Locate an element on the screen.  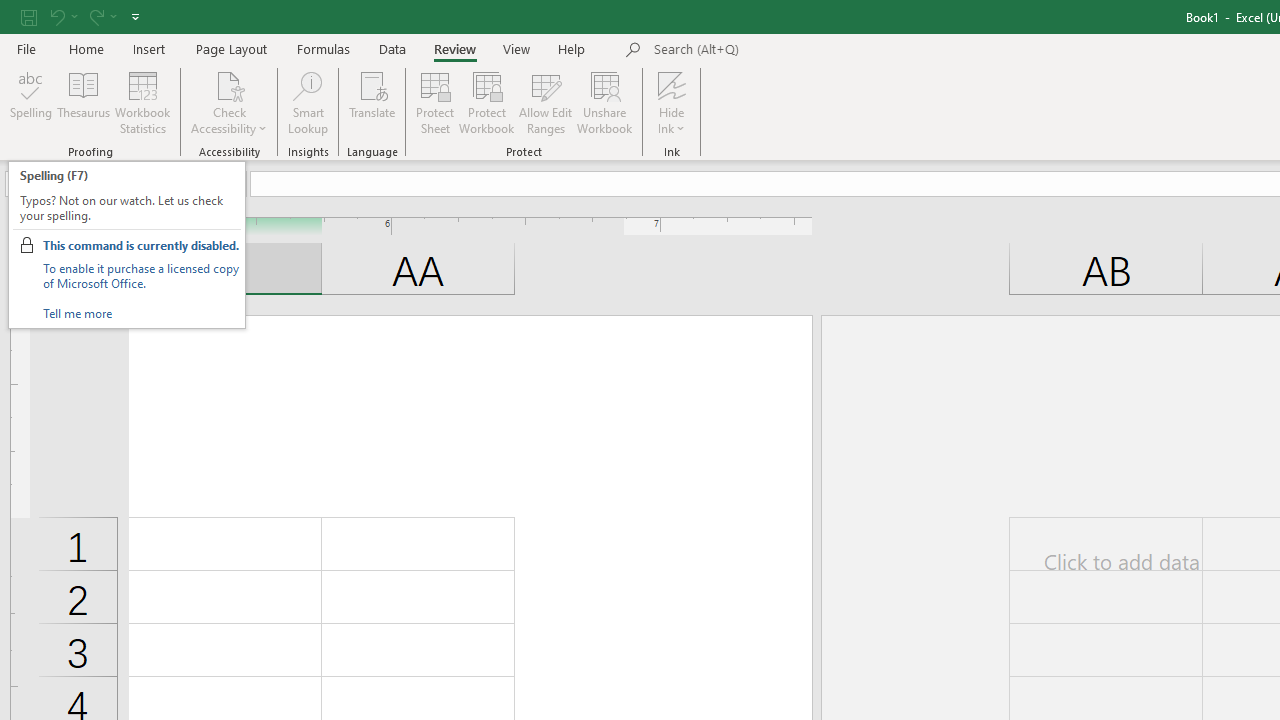
'This command is currently disabled.' is located at coordinates (139, 244).